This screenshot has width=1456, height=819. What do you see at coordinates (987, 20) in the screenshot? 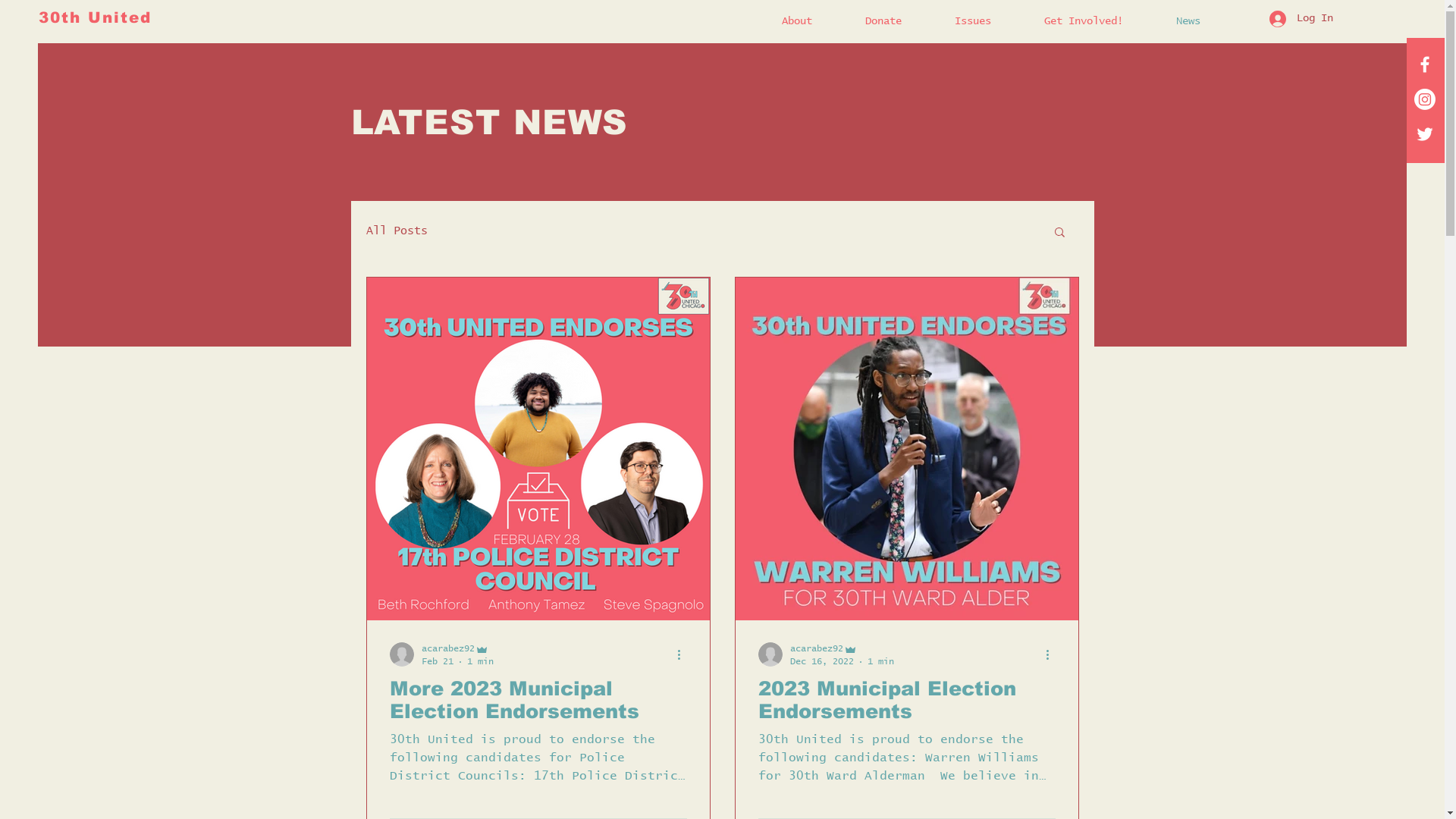
I see `'Issues'` at bounding box center [987, 20].